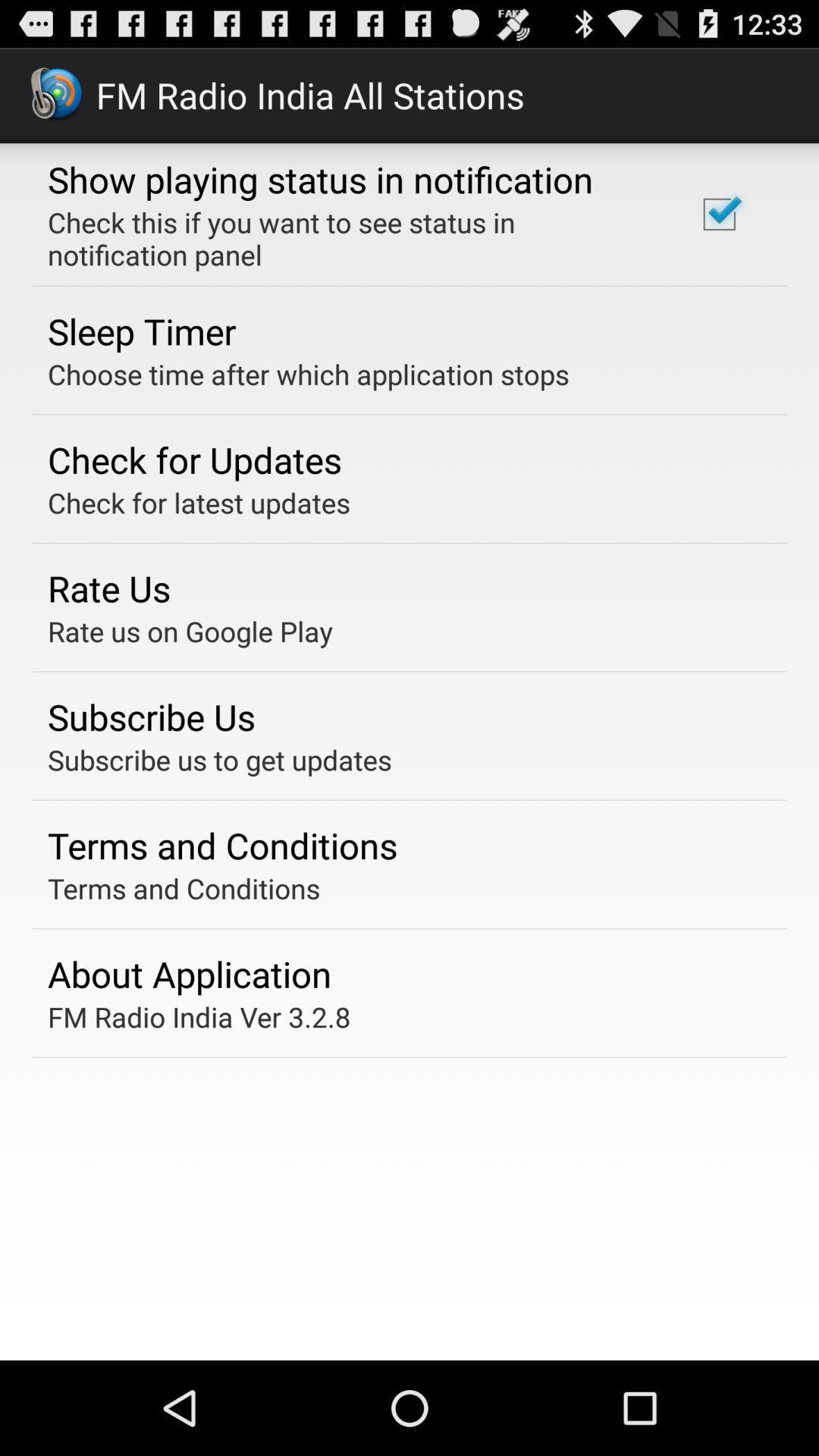 The width and height of the screenshot is (819, 1456). Describe the element at coordinates (319, 179) in the screenshot. I see `the icon above the check this if item` at that location.